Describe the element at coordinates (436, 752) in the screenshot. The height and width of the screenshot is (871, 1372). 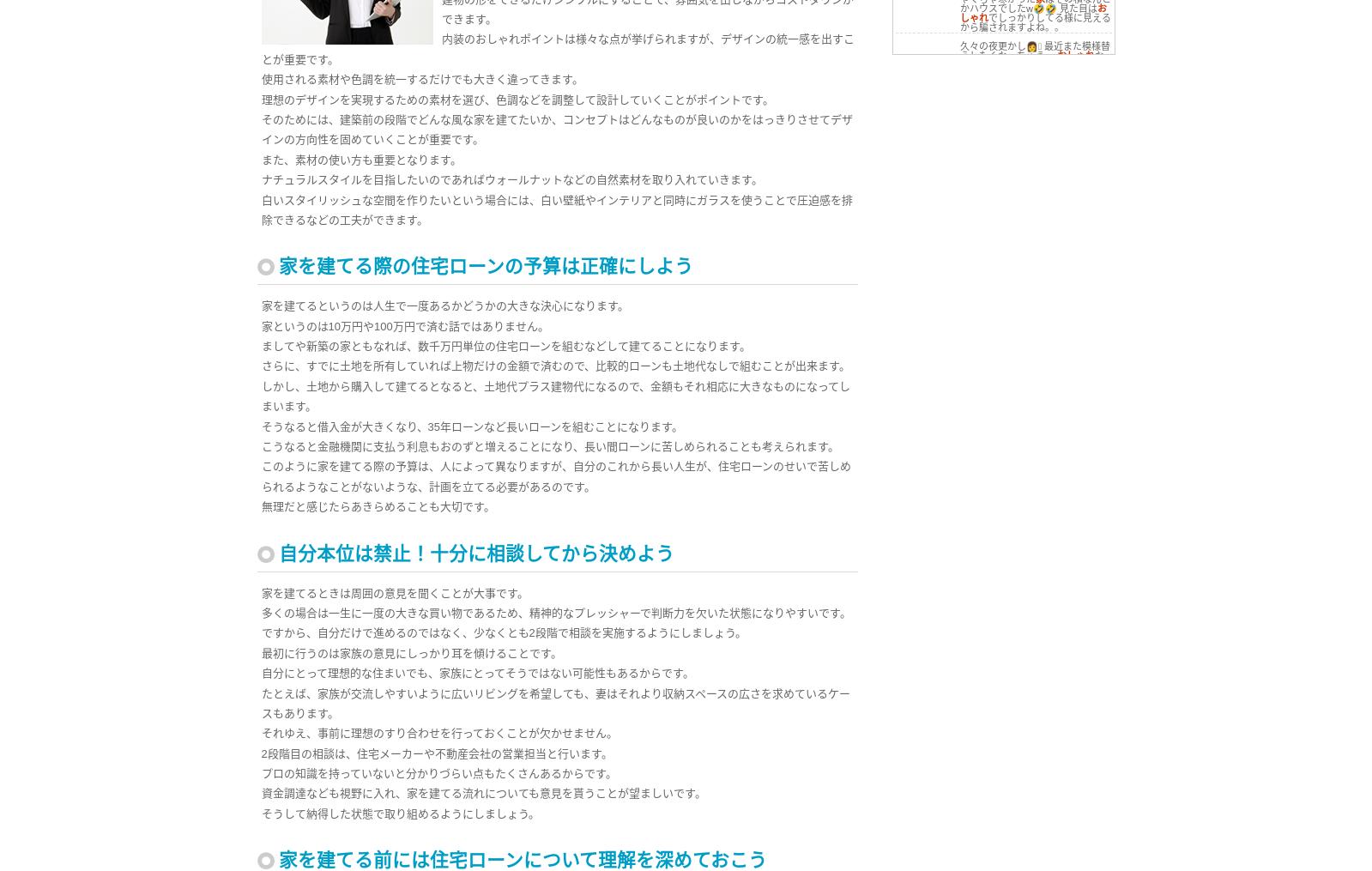
I see `'2段階目の相談は、住宅メーカーや不動産会社の営業担当と行います。'` at that location.